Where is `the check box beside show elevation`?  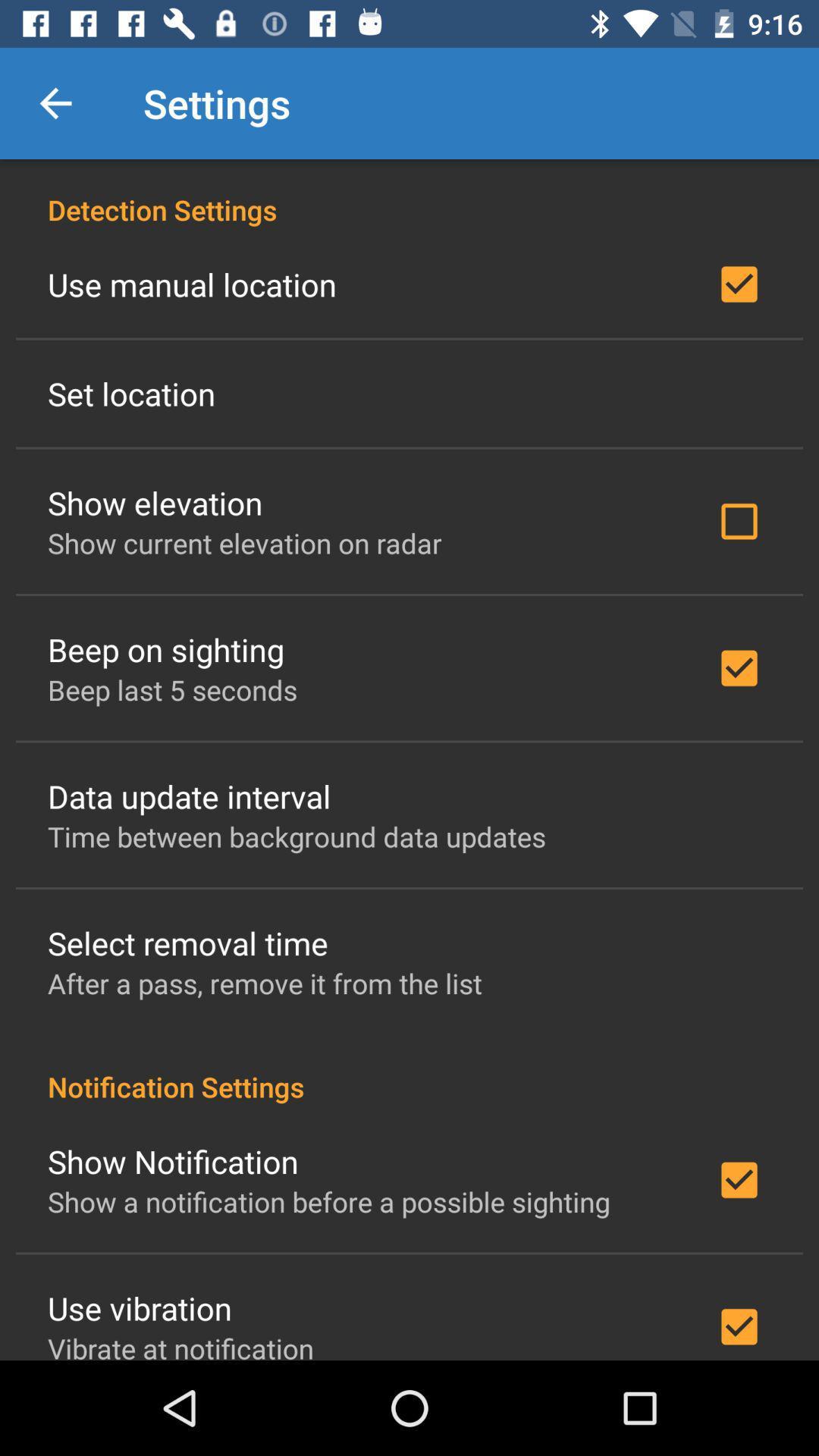 the check box beside show elevation is located at coordinates (739, 521).